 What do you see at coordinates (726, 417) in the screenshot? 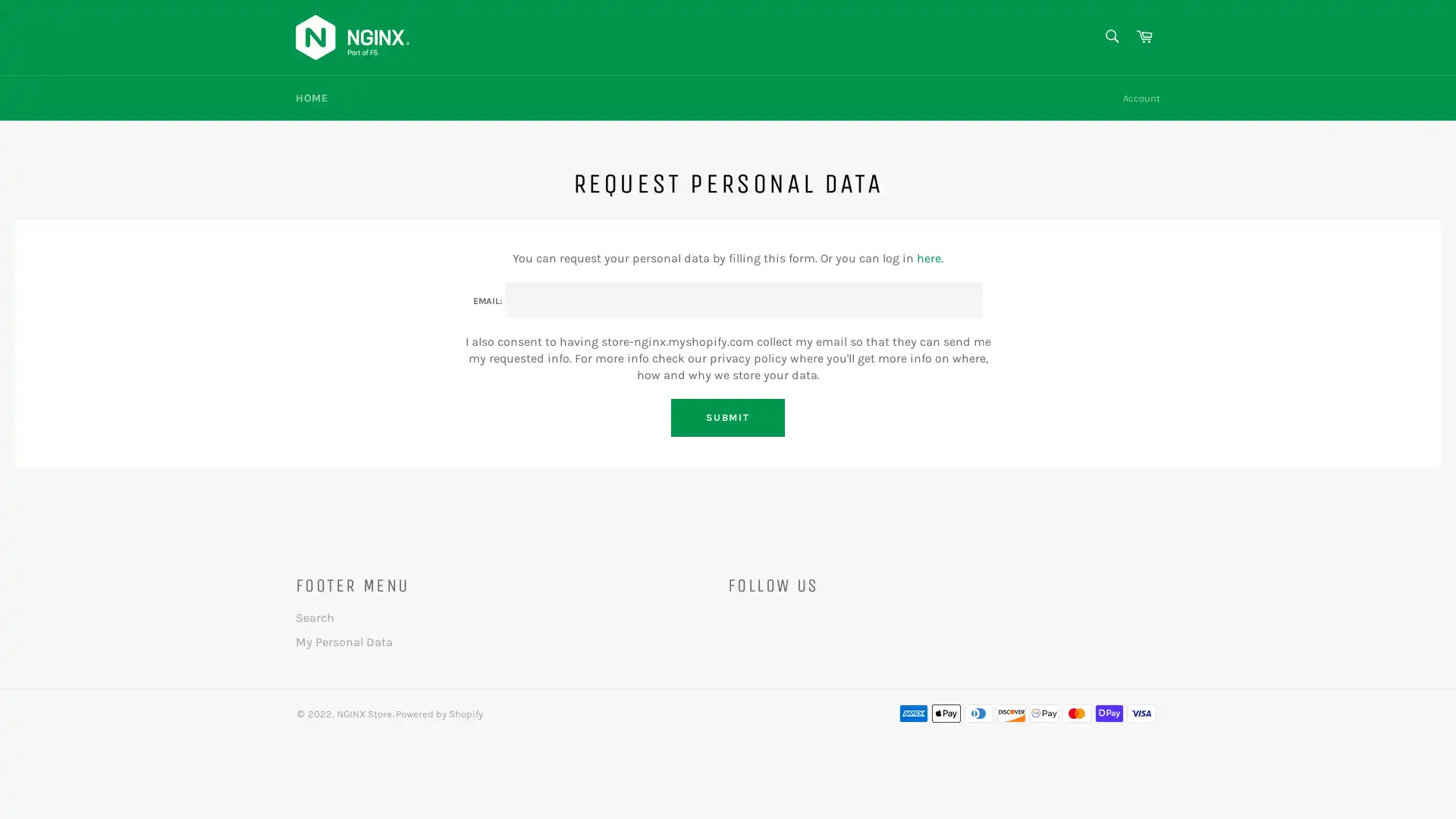
I see `SUBMIT` at bounding box center [726, 417].